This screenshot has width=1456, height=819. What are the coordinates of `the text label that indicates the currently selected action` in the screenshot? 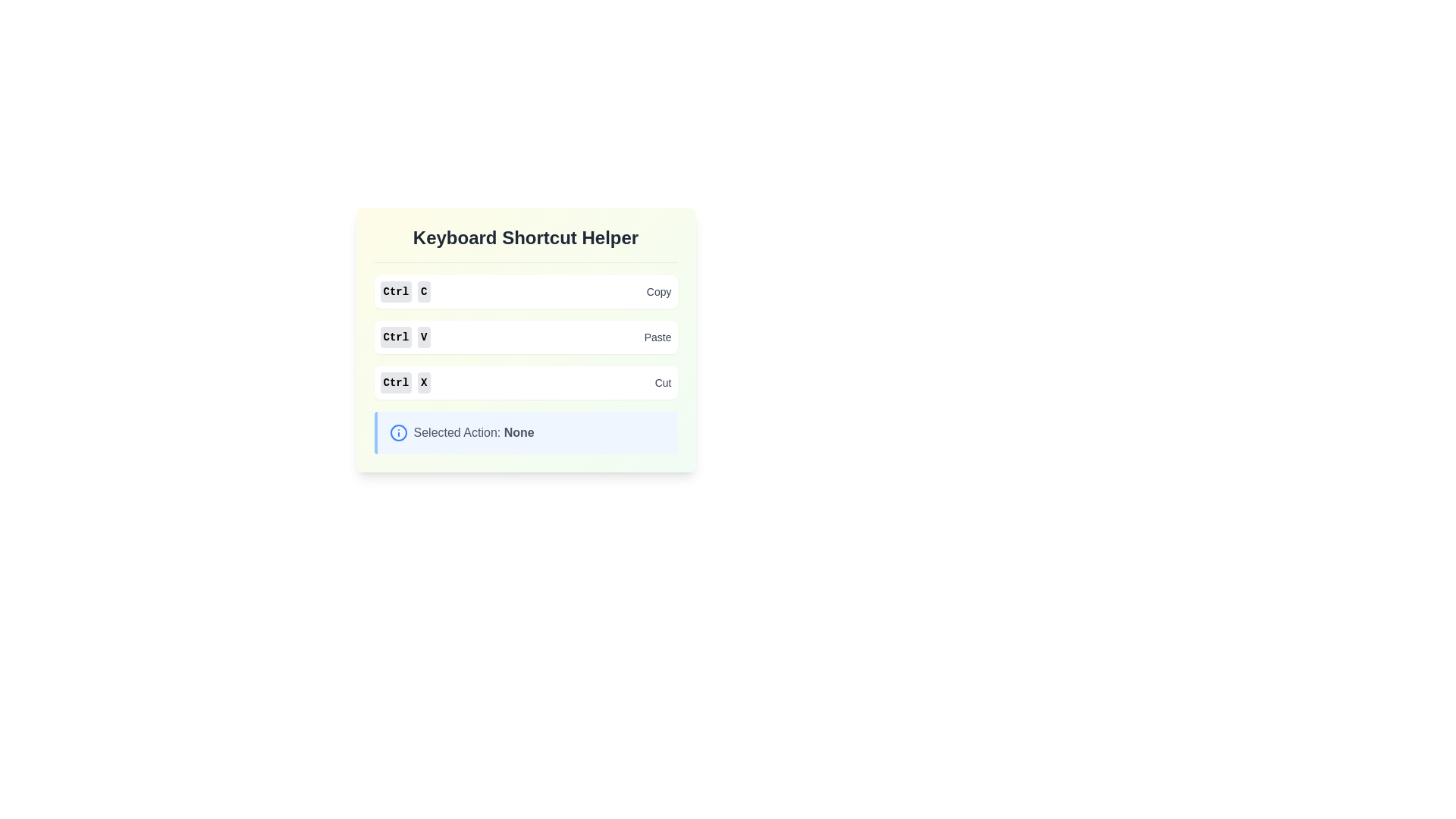 It's located at (519, 432).